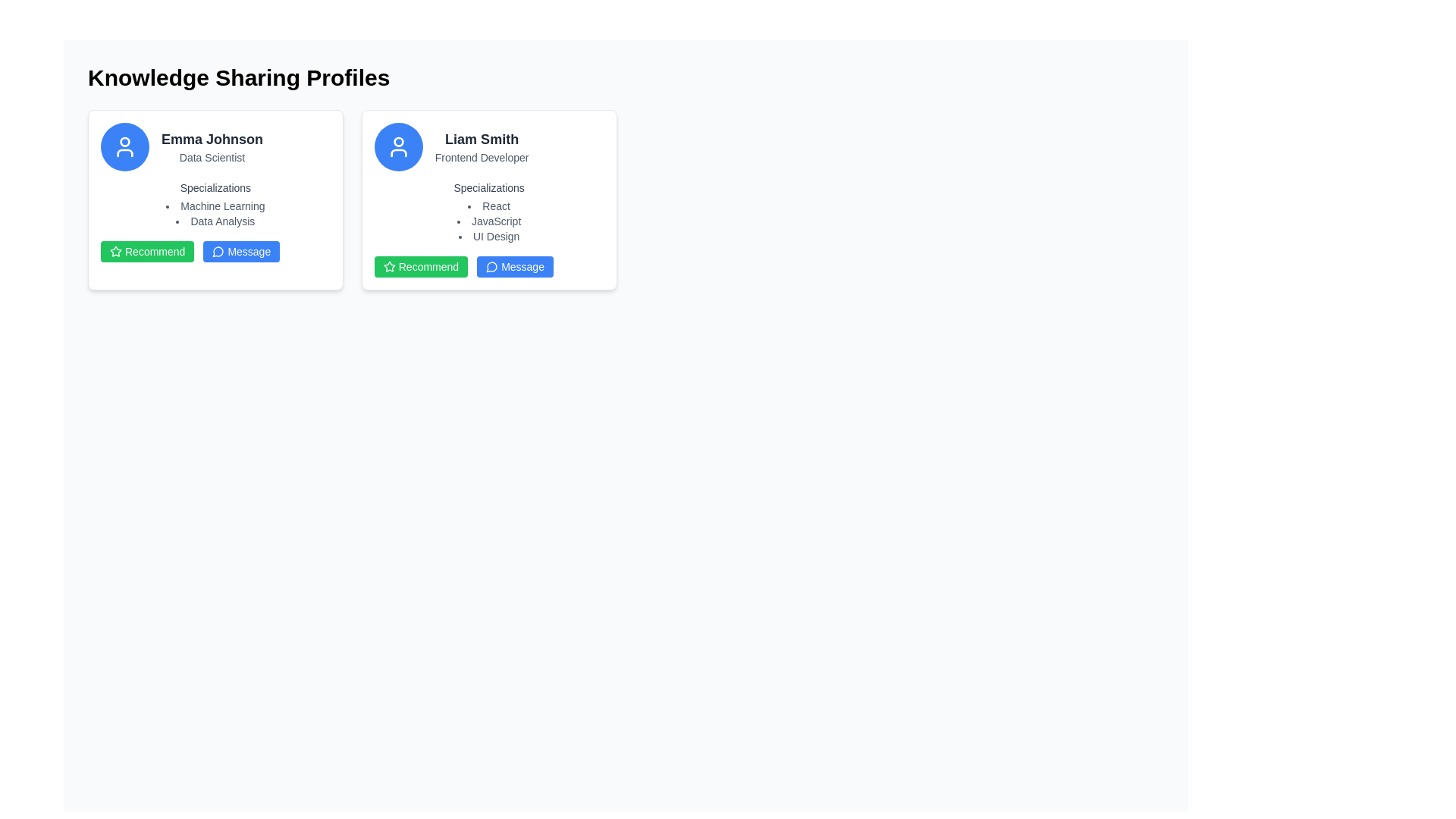  Describe the element at coordinates (489, 265) in the screenshot. I see `the green 'Recommend' button or the blue 'Message' button in the button group located within Liam Smith's profile card` at that location.